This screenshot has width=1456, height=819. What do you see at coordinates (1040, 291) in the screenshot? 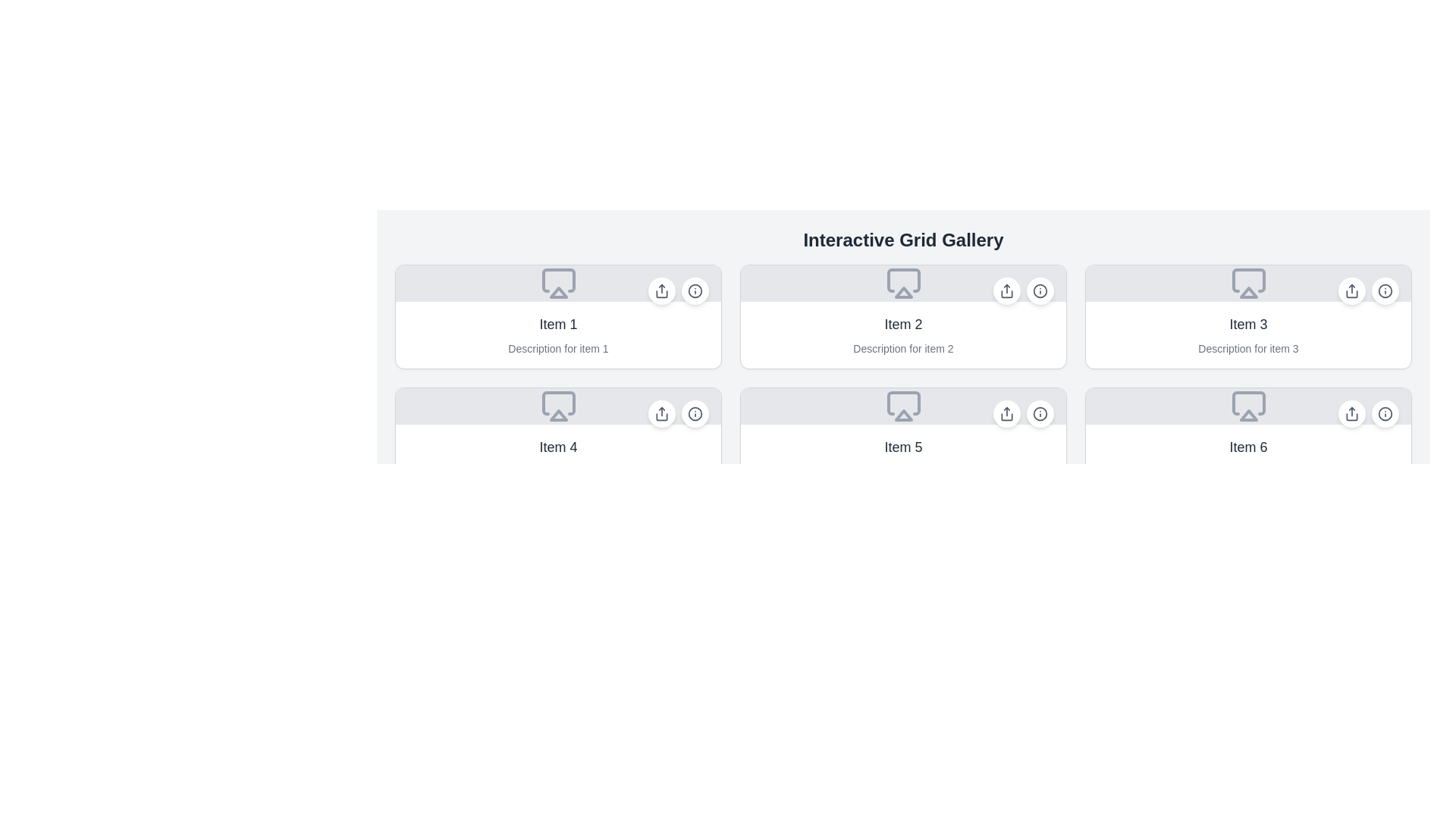
I see `properties of the circular icon element that is part of the SVG info icon set, identified by its distinct border and circular shape` at bounding box center [1040, 291].